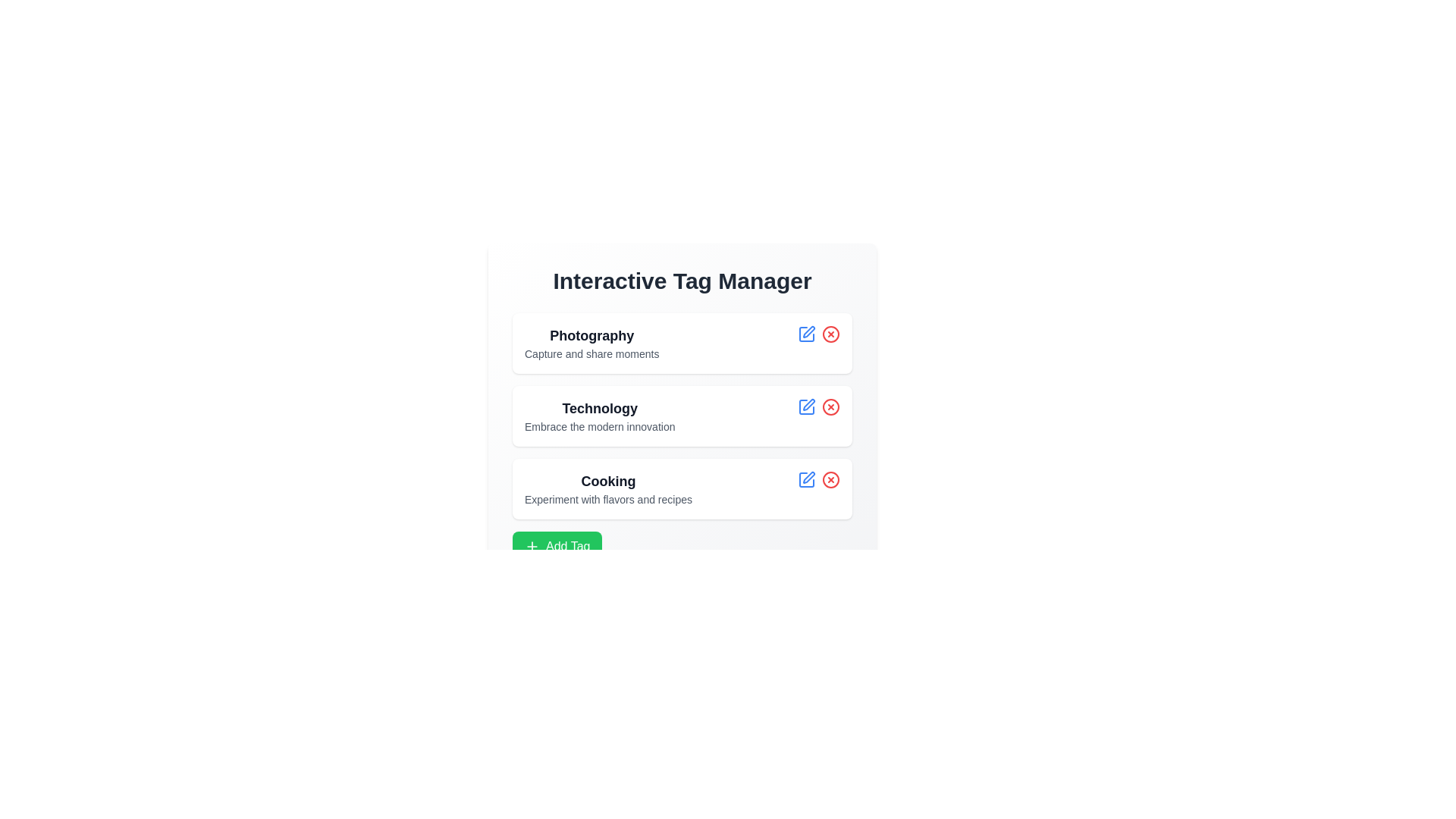 The height and width of the screenshot is (819, 1456). I want to click on keyboard navigation, so click(557, 547).